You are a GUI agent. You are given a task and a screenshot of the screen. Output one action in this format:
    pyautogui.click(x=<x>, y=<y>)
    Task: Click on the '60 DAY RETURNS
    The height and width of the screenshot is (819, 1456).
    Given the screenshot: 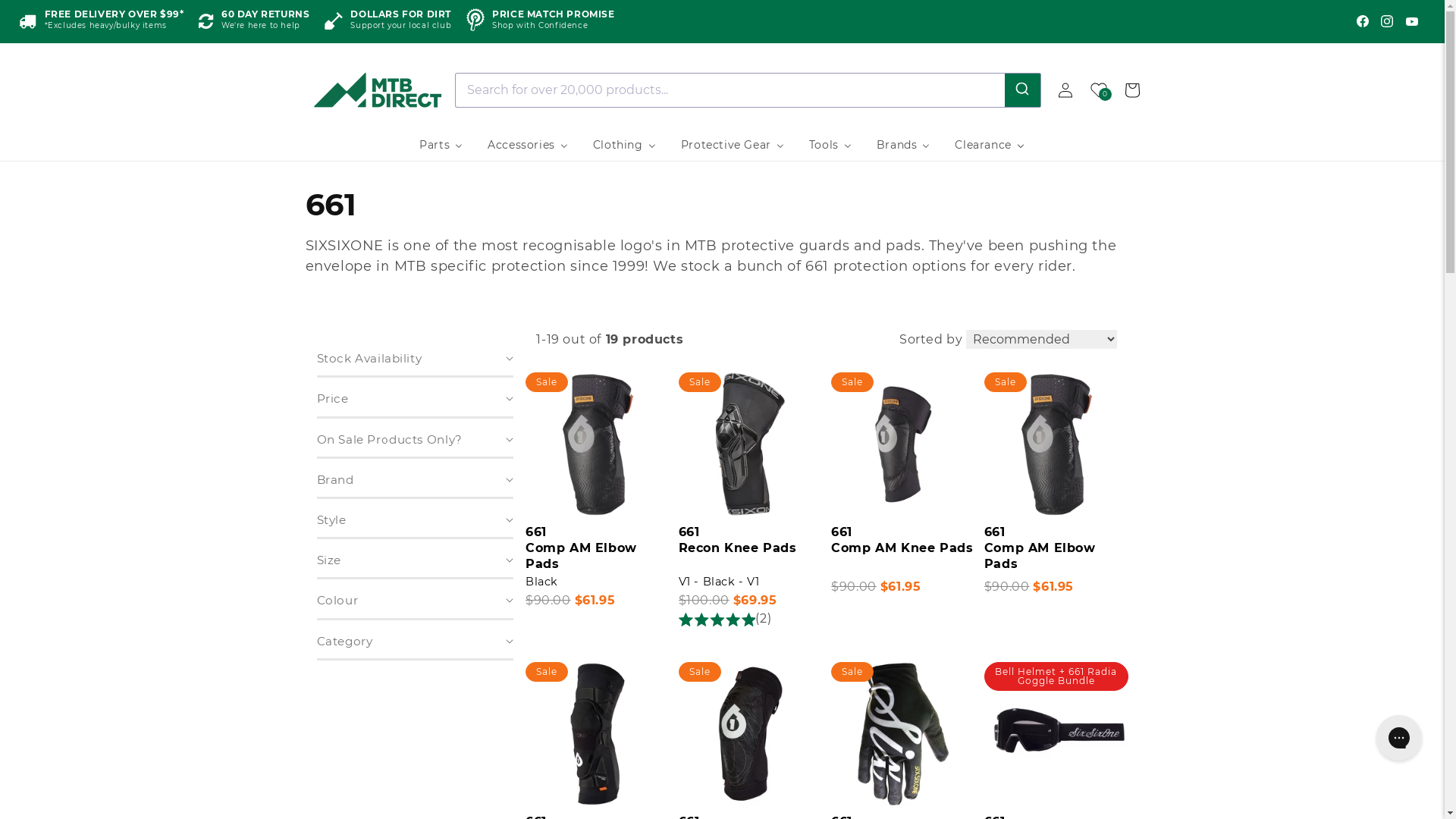 What is the action you would take?
    pyautogui.click(x=254, y=21)
    